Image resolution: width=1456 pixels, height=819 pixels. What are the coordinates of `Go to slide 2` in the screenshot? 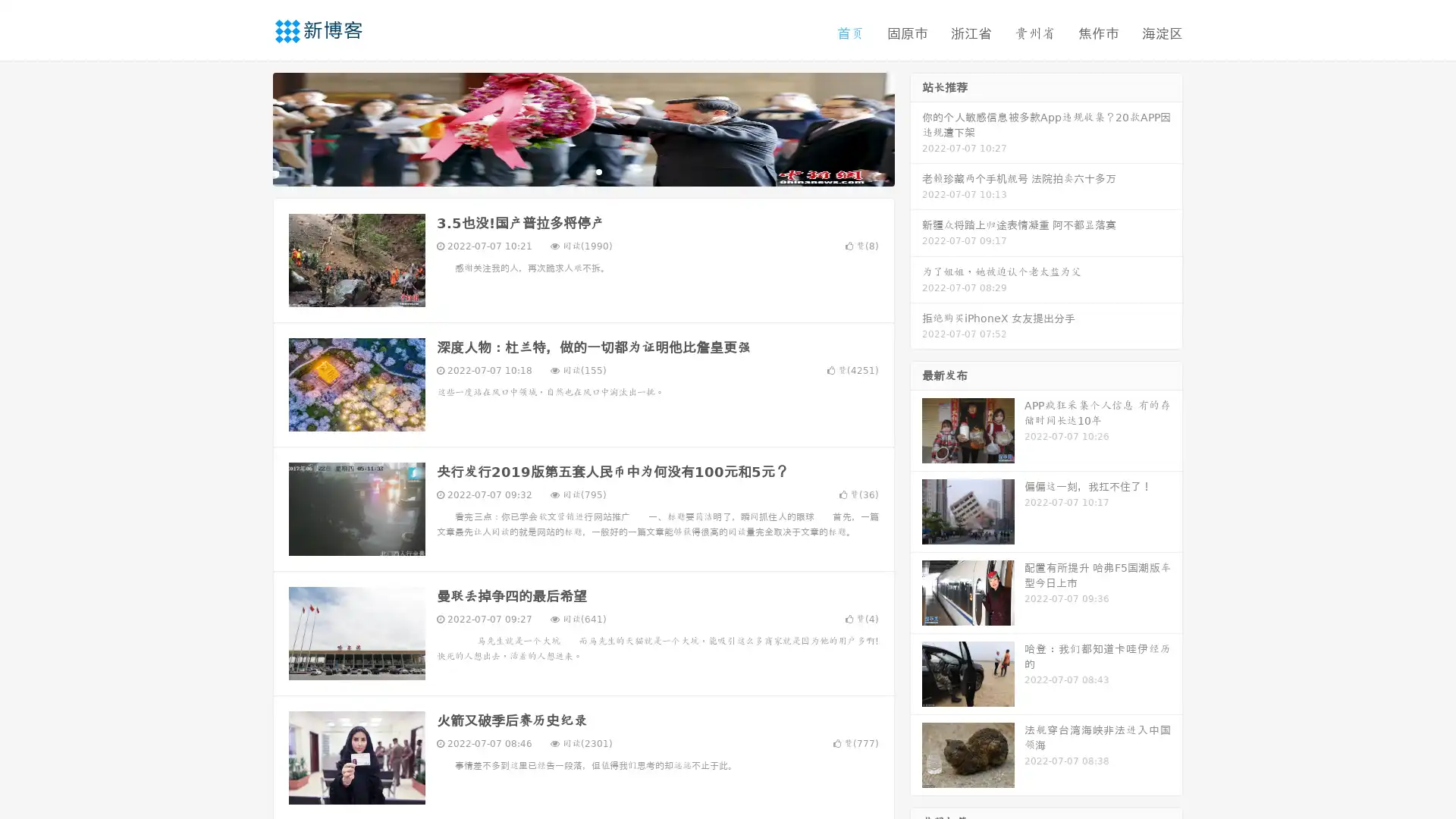 It's located at (582, 171).